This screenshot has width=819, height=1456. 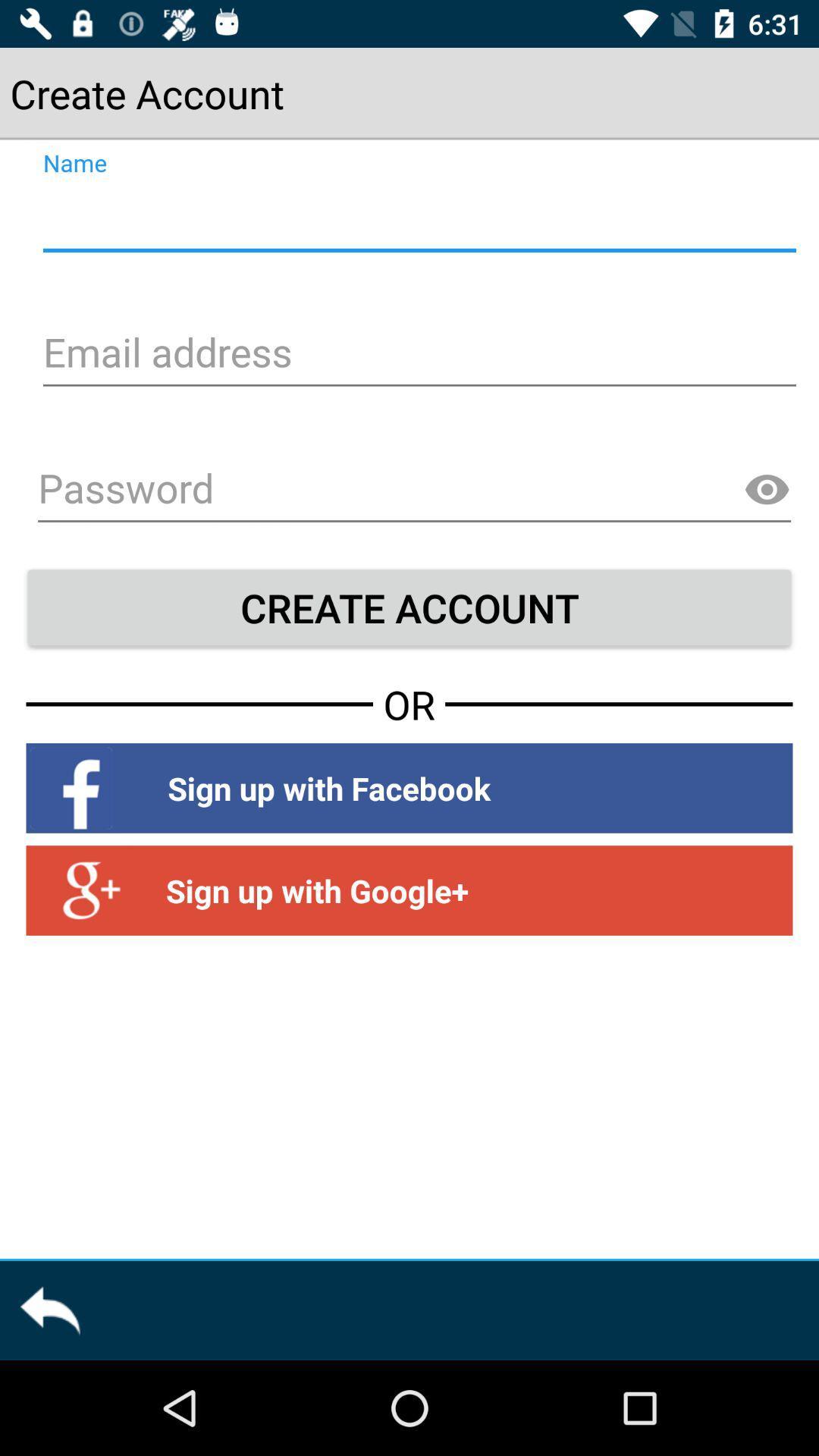 I want to click on email address, so click(x=417, y=354).